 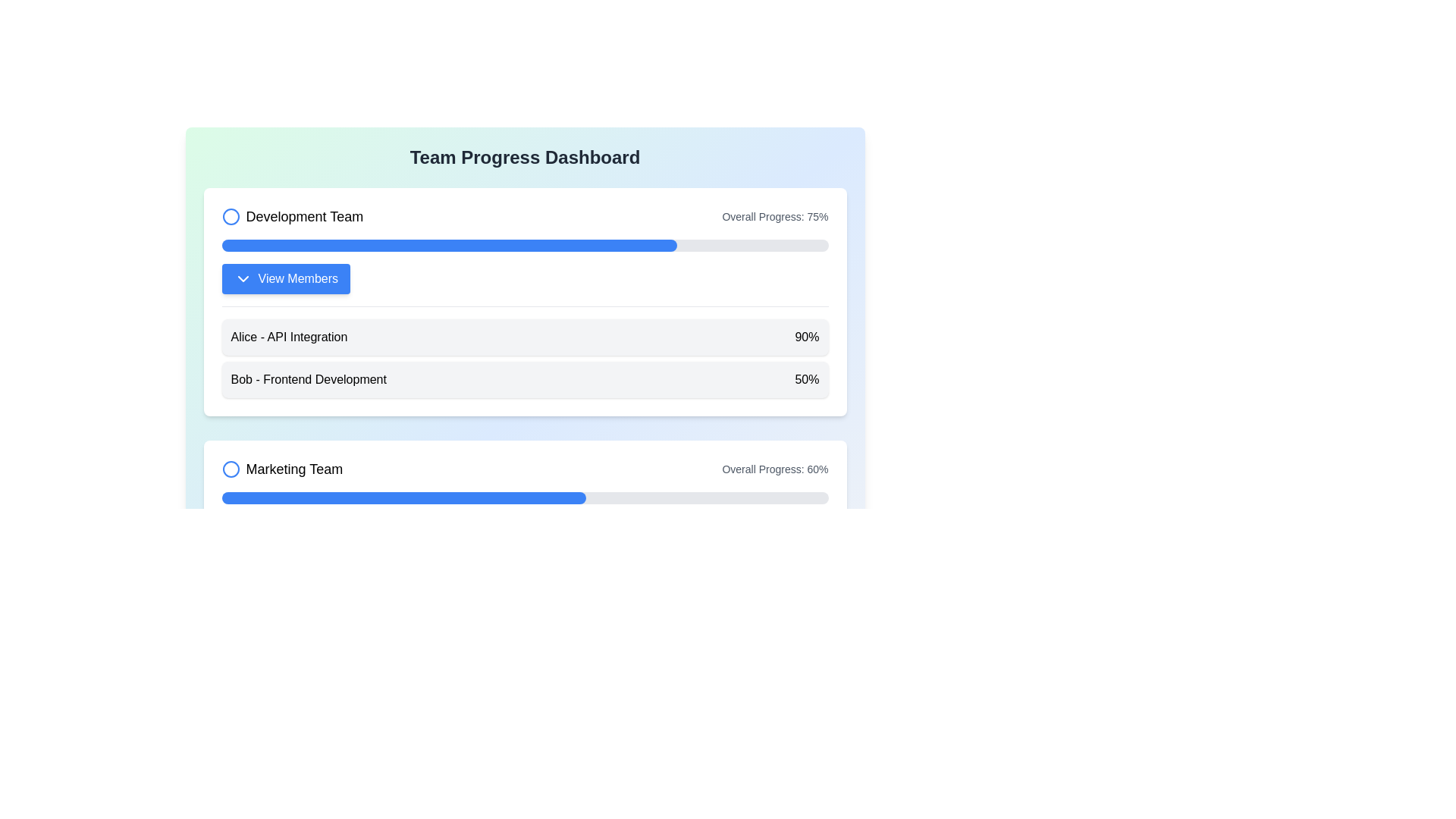 What do you see at coordinates (298, 278) in the screenshot?
I see `the blue 'View Members' button located below the progress bar in the 'Development Team' section` at bounding box center [298, 278].